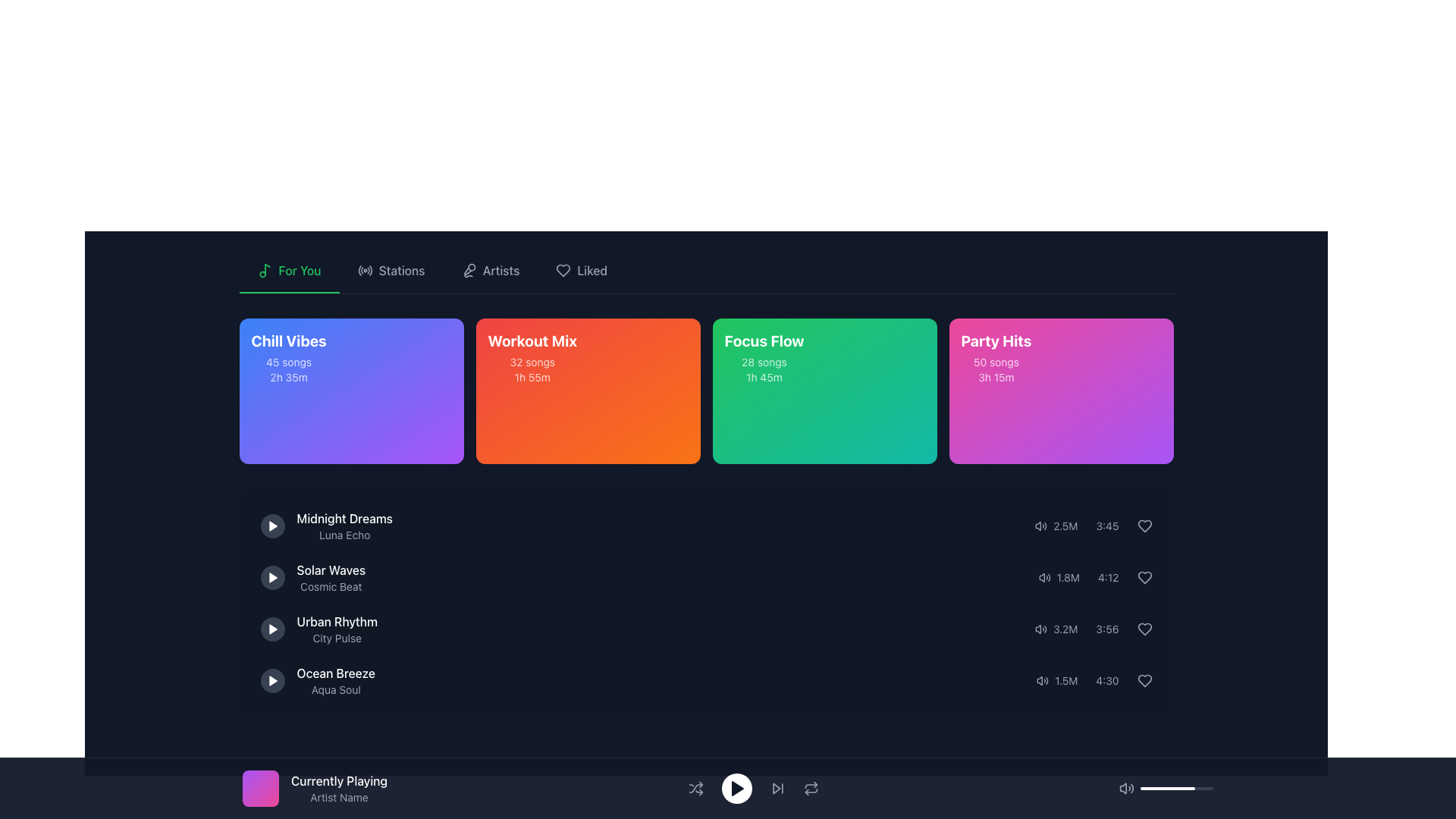 Image resolution: width=1456 pixels, height=819 pixels. I want to click on the fourth button in the top navigation bar, which allows access to the user's liked or favored content, so click(581, 271).